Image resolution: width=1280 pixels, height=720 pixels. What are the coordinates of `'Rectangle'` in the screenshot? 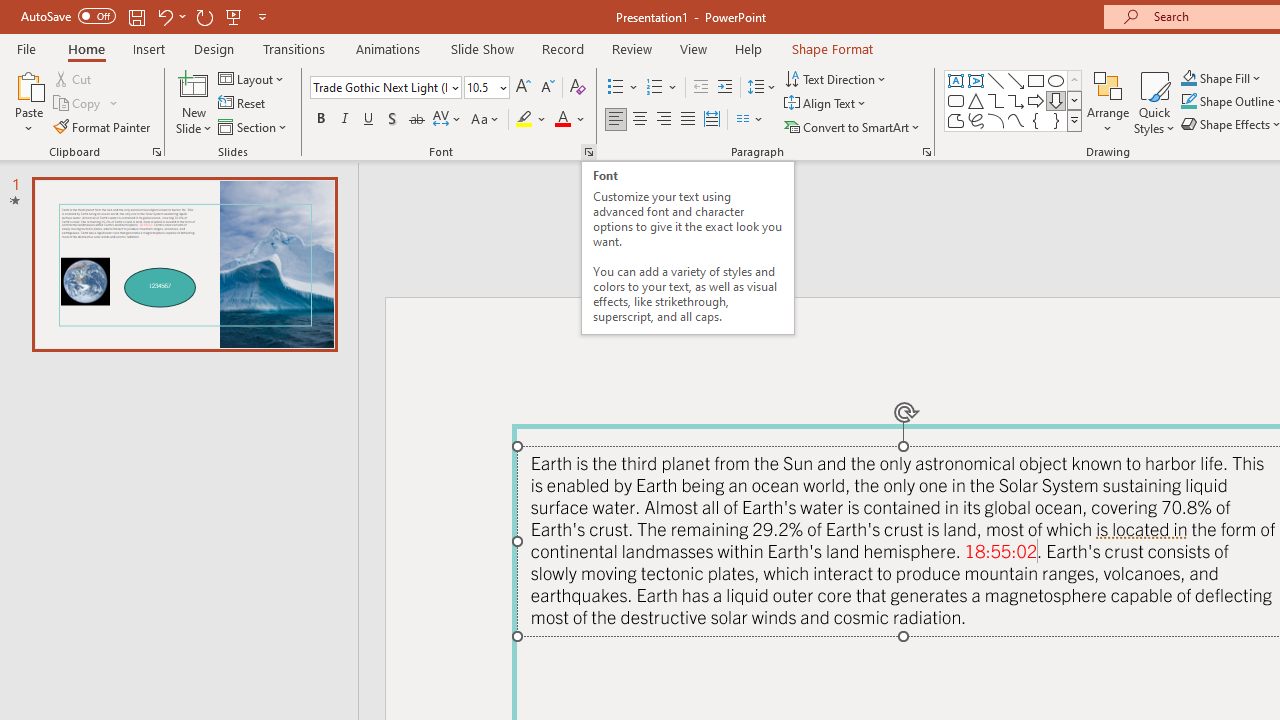 It's located at (1036, 80).